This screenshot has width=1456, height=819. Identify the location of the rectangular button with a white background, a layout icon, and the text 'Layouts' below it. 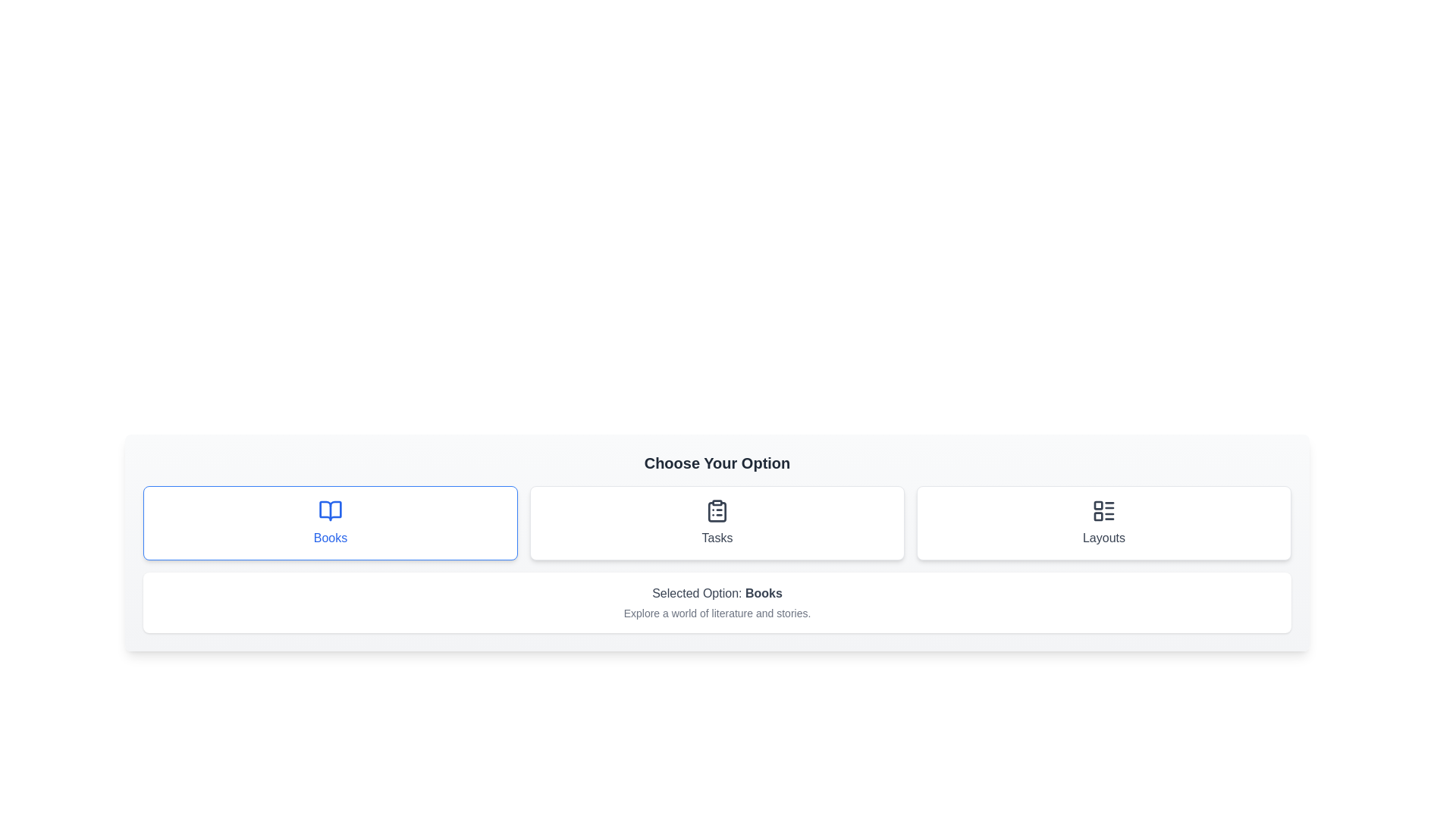
(1103, 522).